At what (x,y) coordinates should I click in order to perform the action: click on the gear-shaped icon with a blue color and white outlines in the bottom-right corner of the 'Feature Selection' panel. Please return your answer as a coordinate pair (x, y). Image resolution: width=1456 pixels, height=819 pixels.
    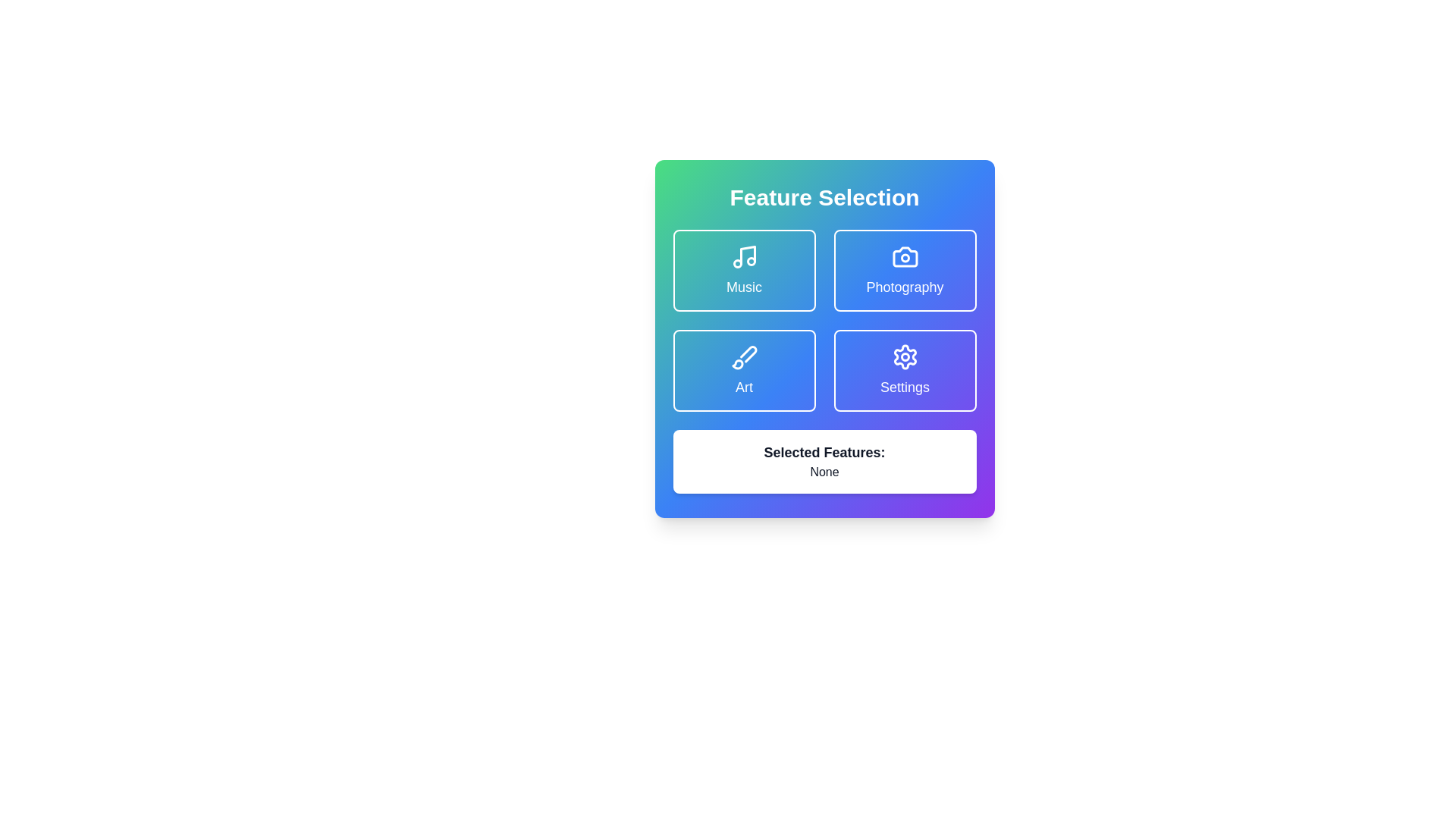
    Looking at the image, I should click on (905, 356).